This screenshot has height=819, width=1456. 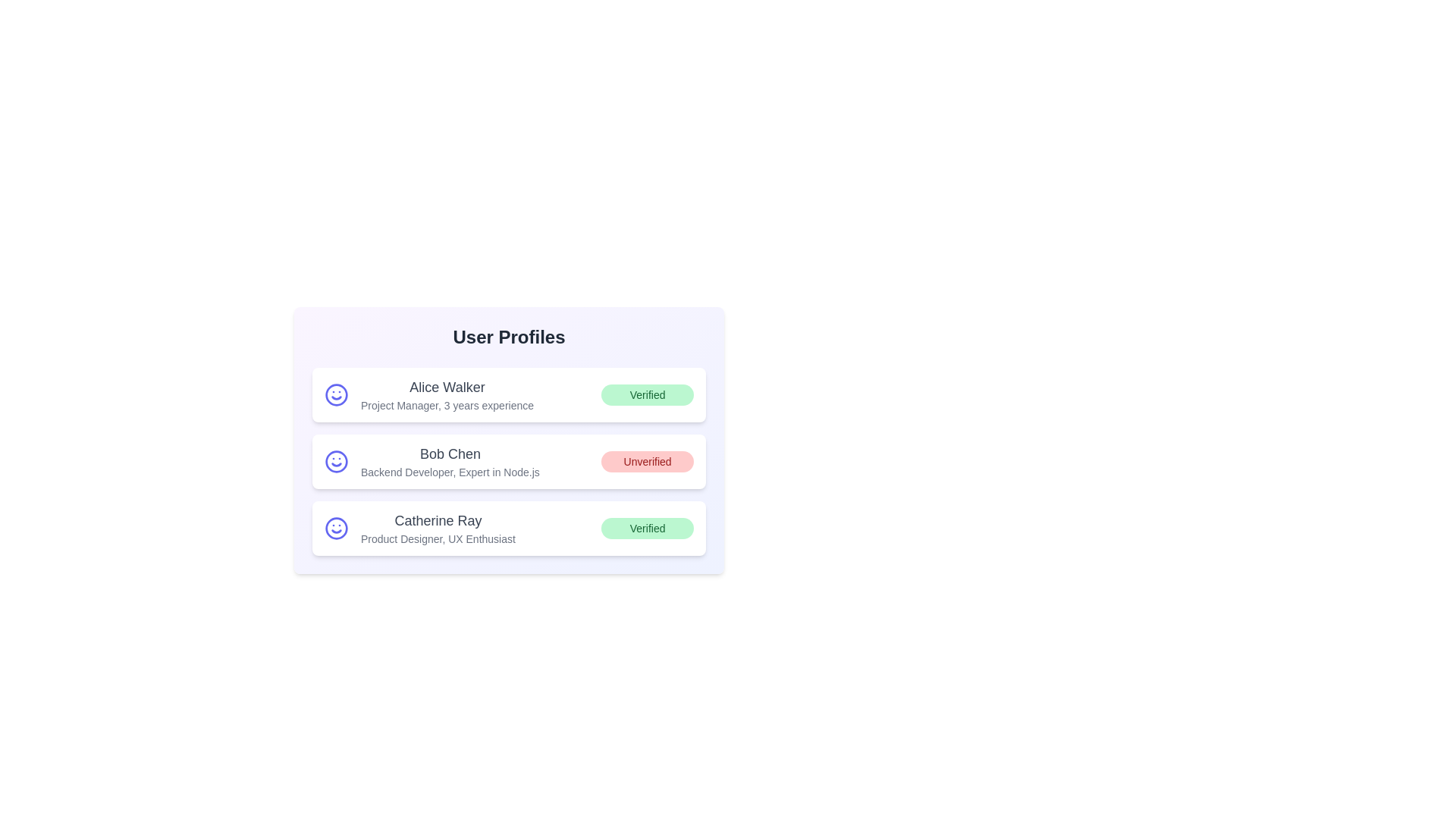 I want to click on the verification status of Bob Chen to toggle or view details, so click(x=648, y=461).